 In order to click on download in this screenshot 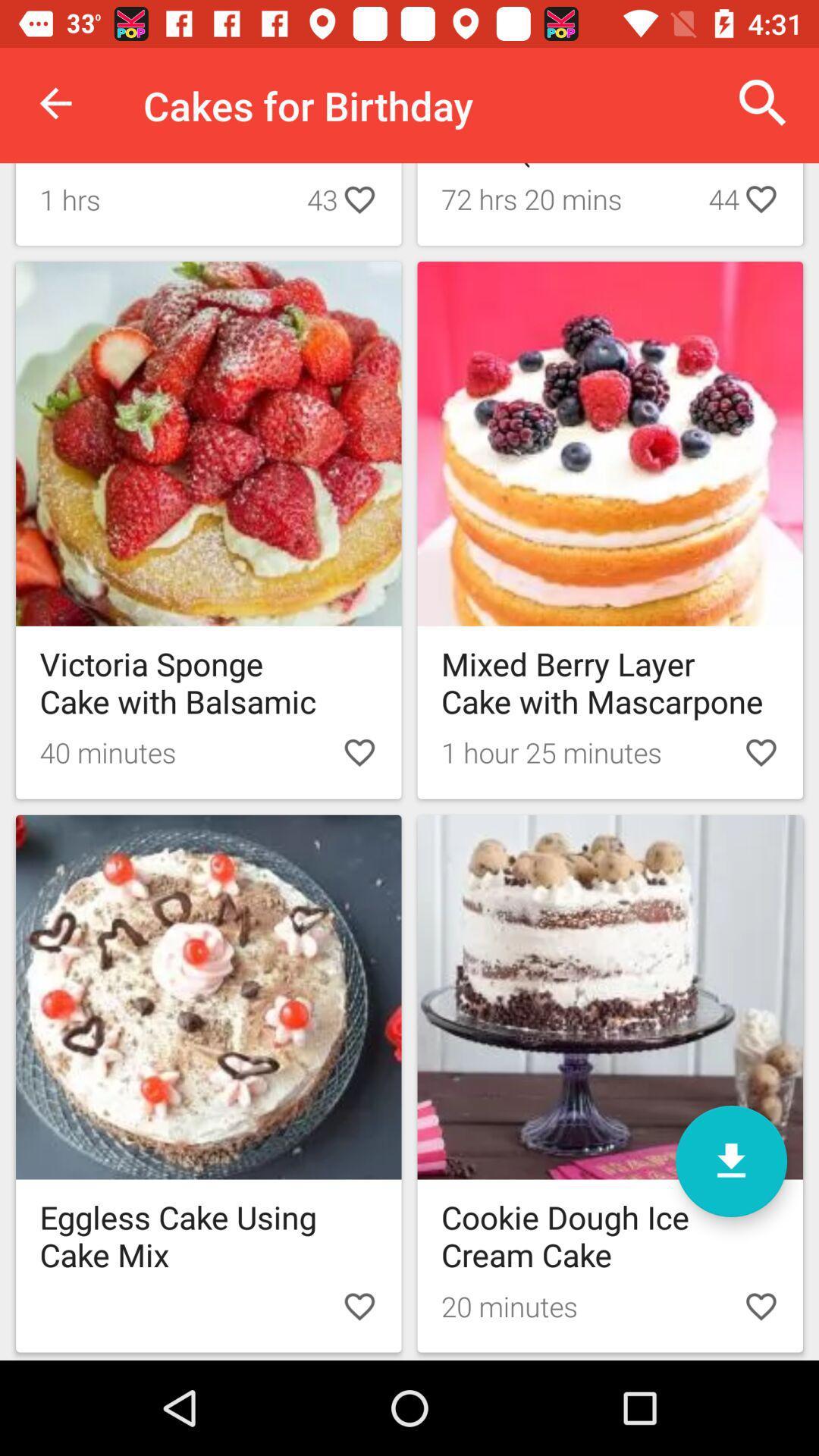, I will do `click(730, 1160)`.